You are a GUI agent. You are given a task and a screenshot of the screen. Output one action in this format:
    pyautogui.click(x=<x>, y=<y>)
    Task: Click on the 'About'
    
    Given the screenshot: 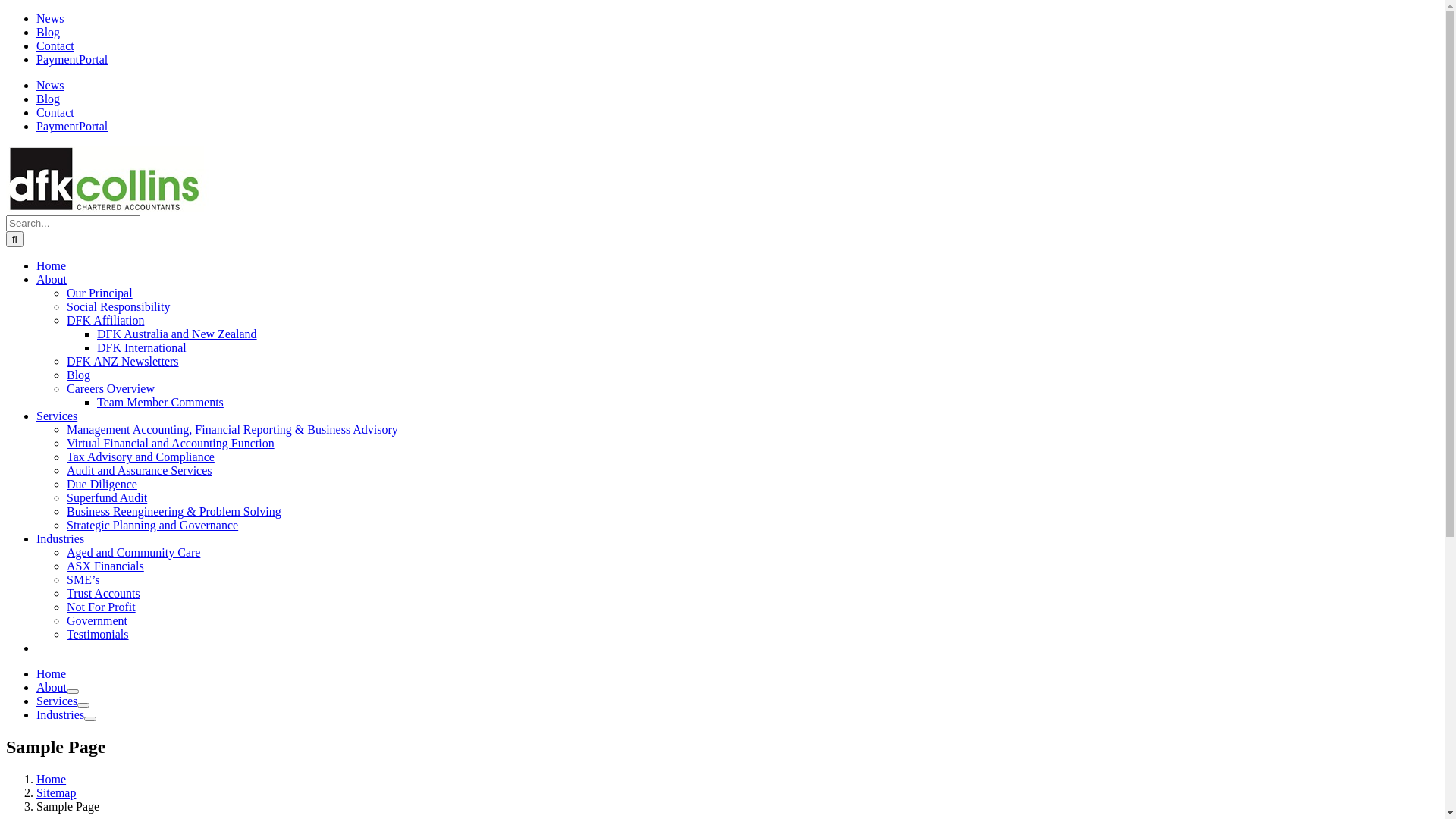 What is the action you would take?
    pyautogui.click(x=51, y=279)
    